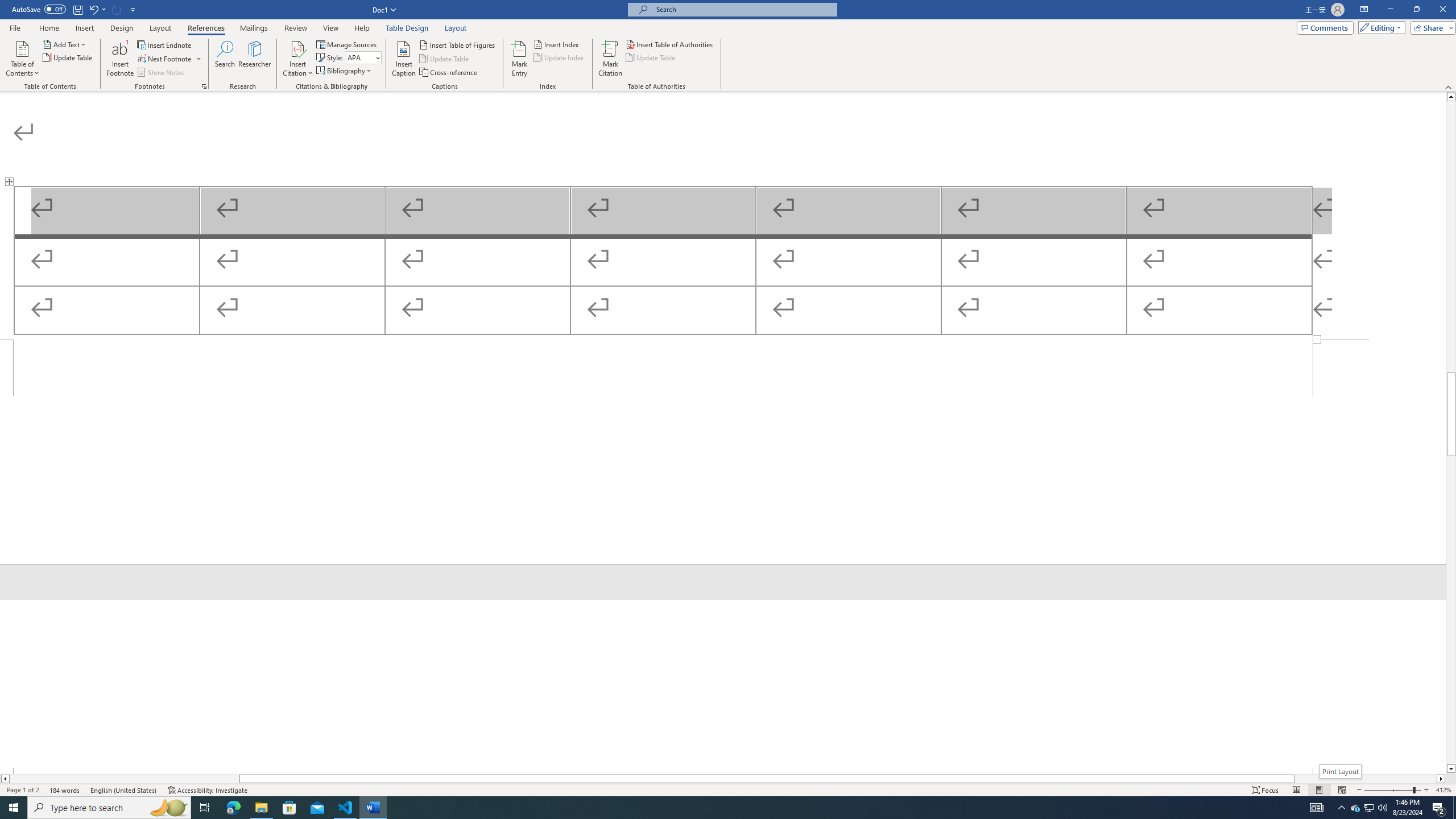 The height and width of the screenshot is (819, 1456). I want to click on 'Can', so click(117, 9).